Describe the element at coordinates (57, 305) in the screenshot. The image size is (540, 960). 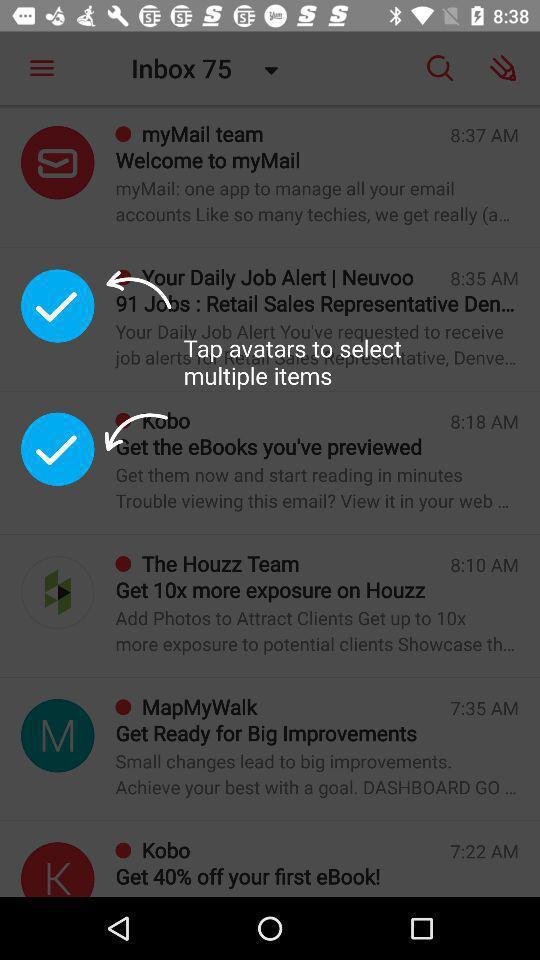
I see `the check icon` at that location.